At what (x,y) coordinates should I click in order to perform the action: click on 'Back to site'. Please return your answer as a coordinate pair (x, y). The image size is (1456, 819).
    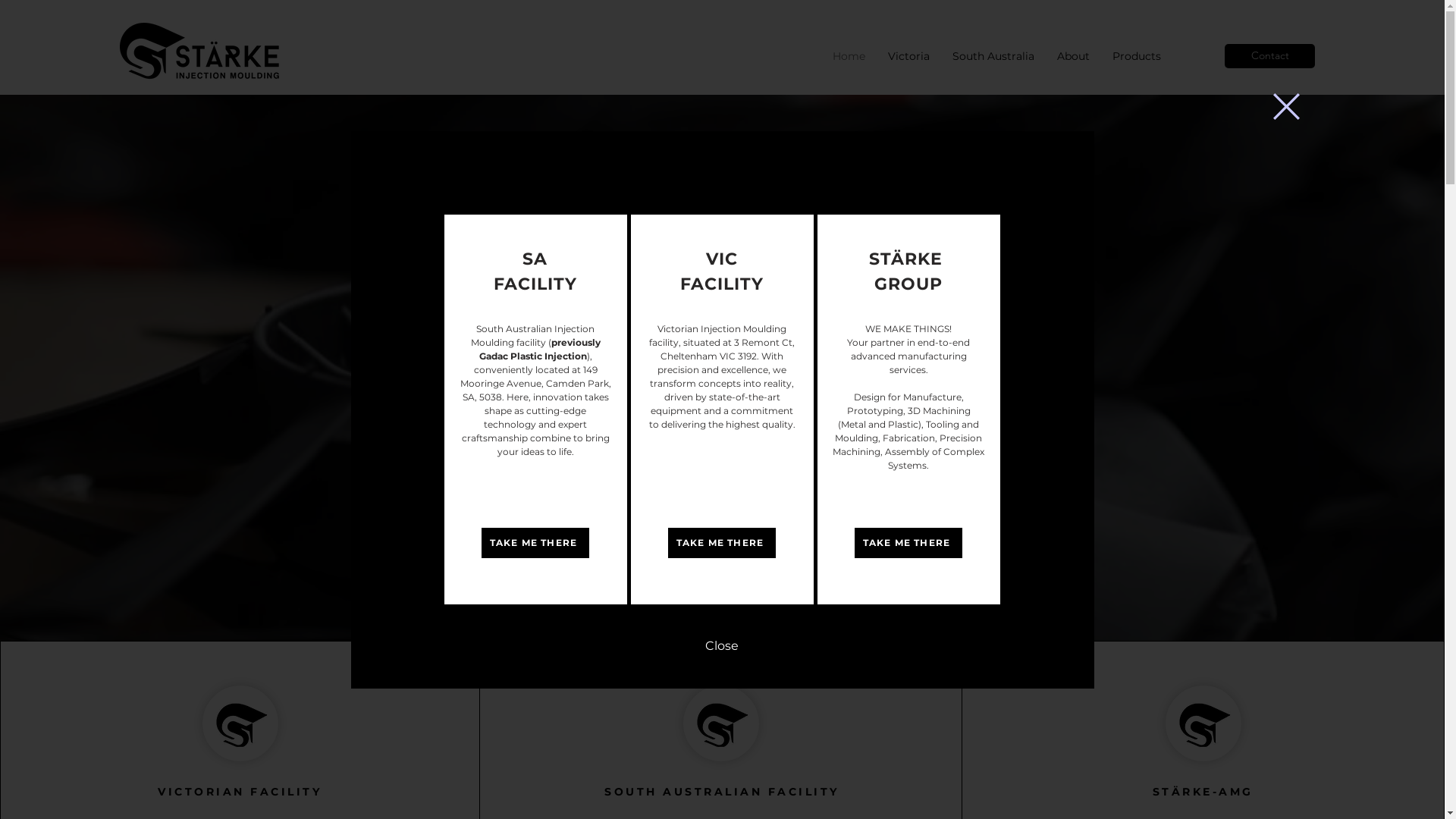
    Looking at the image, I should click on (1285, 105).